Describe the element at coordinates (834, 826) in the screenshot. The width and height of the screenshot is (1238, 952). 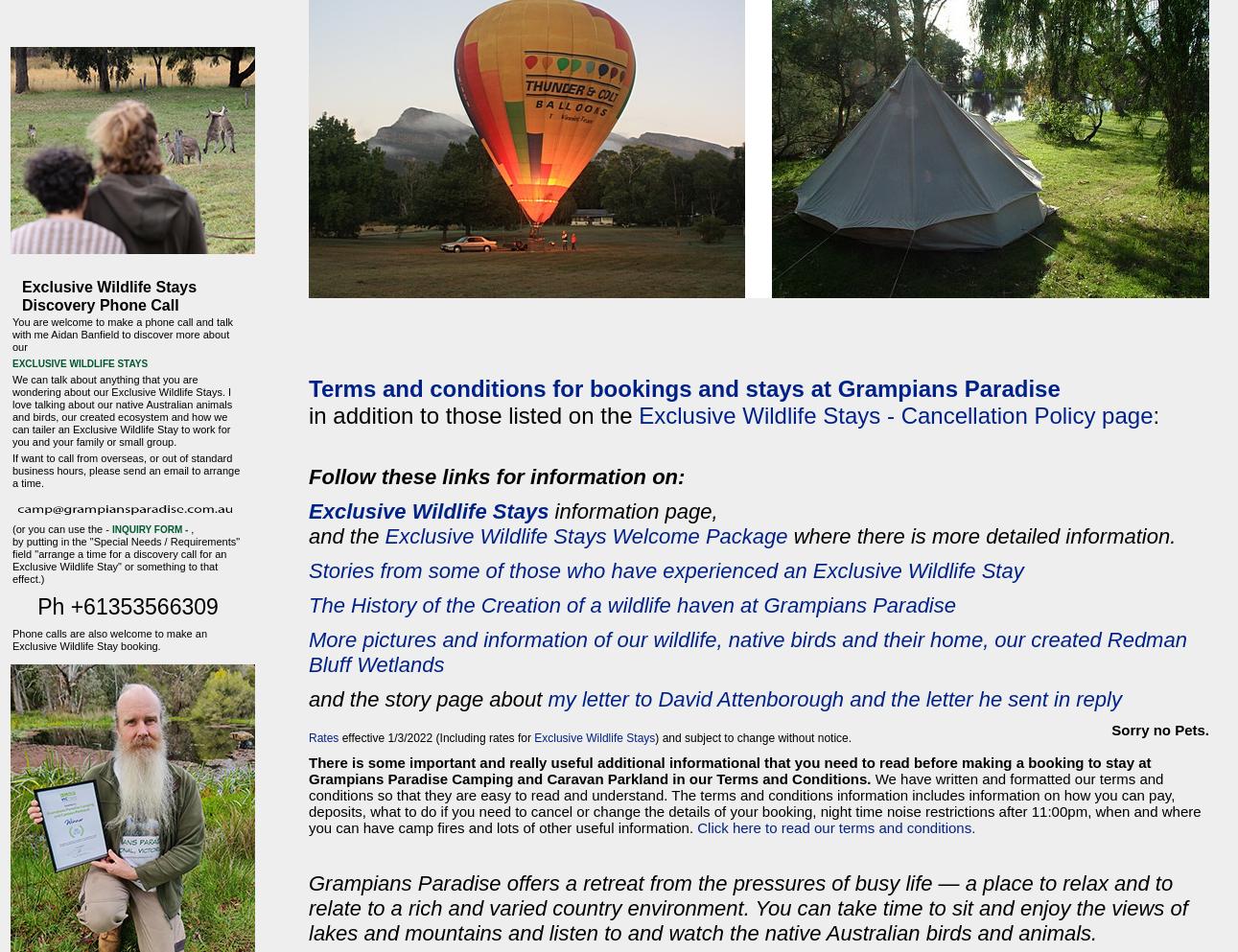
I see `'Click here to read our terms and conditions.'` at that location.